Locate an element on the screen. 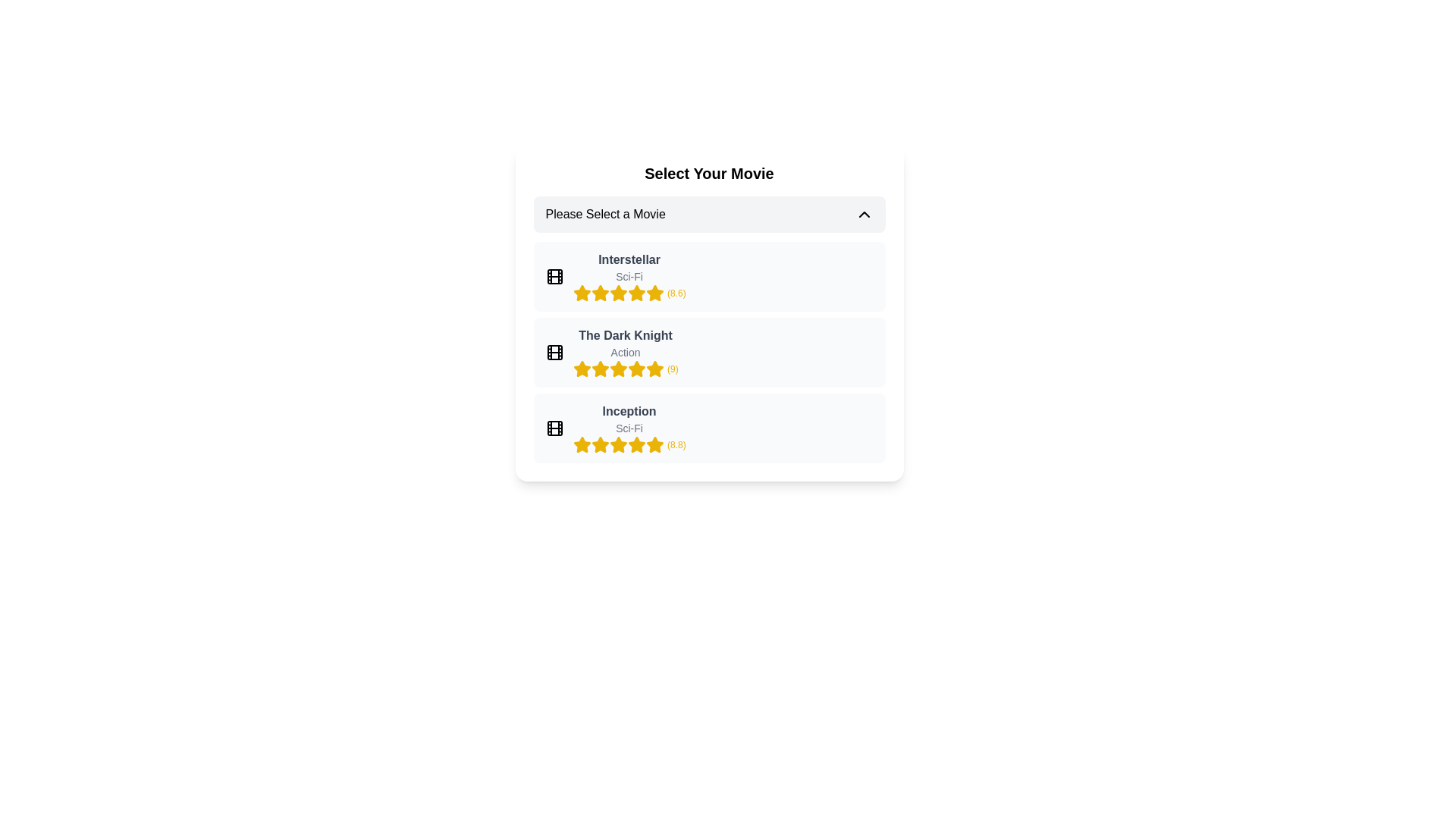 This screenshot has height=819, width=1456. the third yellow star icon in the rating section for 'The Dark Knight' is located at coordinates (654, 369).